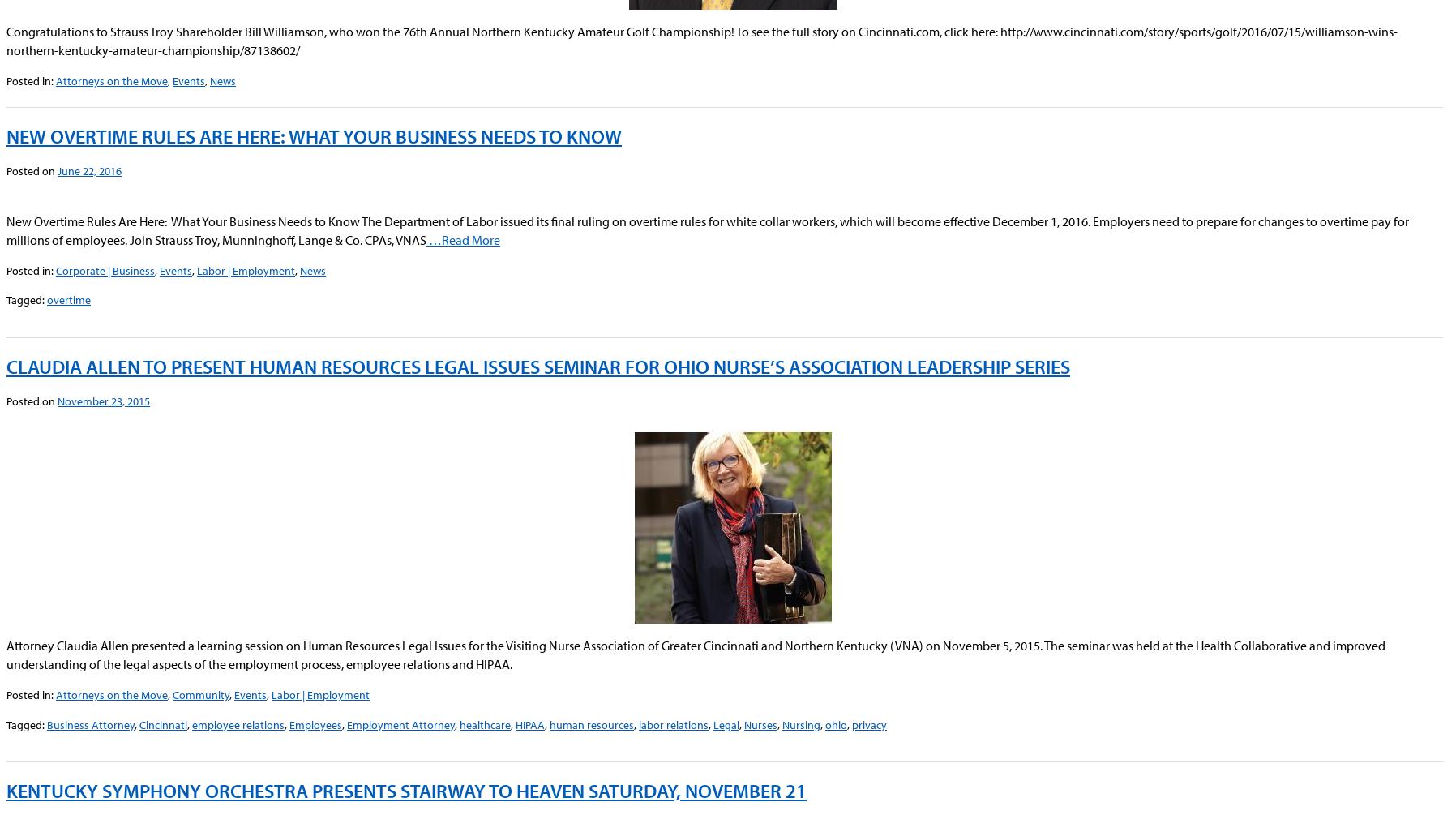 The height and width of the screenshot is (815, 1456). I want to click on 'New Overtime Rules Are Here:  What Your Business Needs to Know The Department of Labor issued its final ruling on overtime rules for white collar workers, which will become effective December 1, 2016. Employers need to prepare for changes to overtime pay for millions of employees. Join Strauss Troy, Munninghoff, Lange & Co. CPAs, VNAS', so click(708, 229).